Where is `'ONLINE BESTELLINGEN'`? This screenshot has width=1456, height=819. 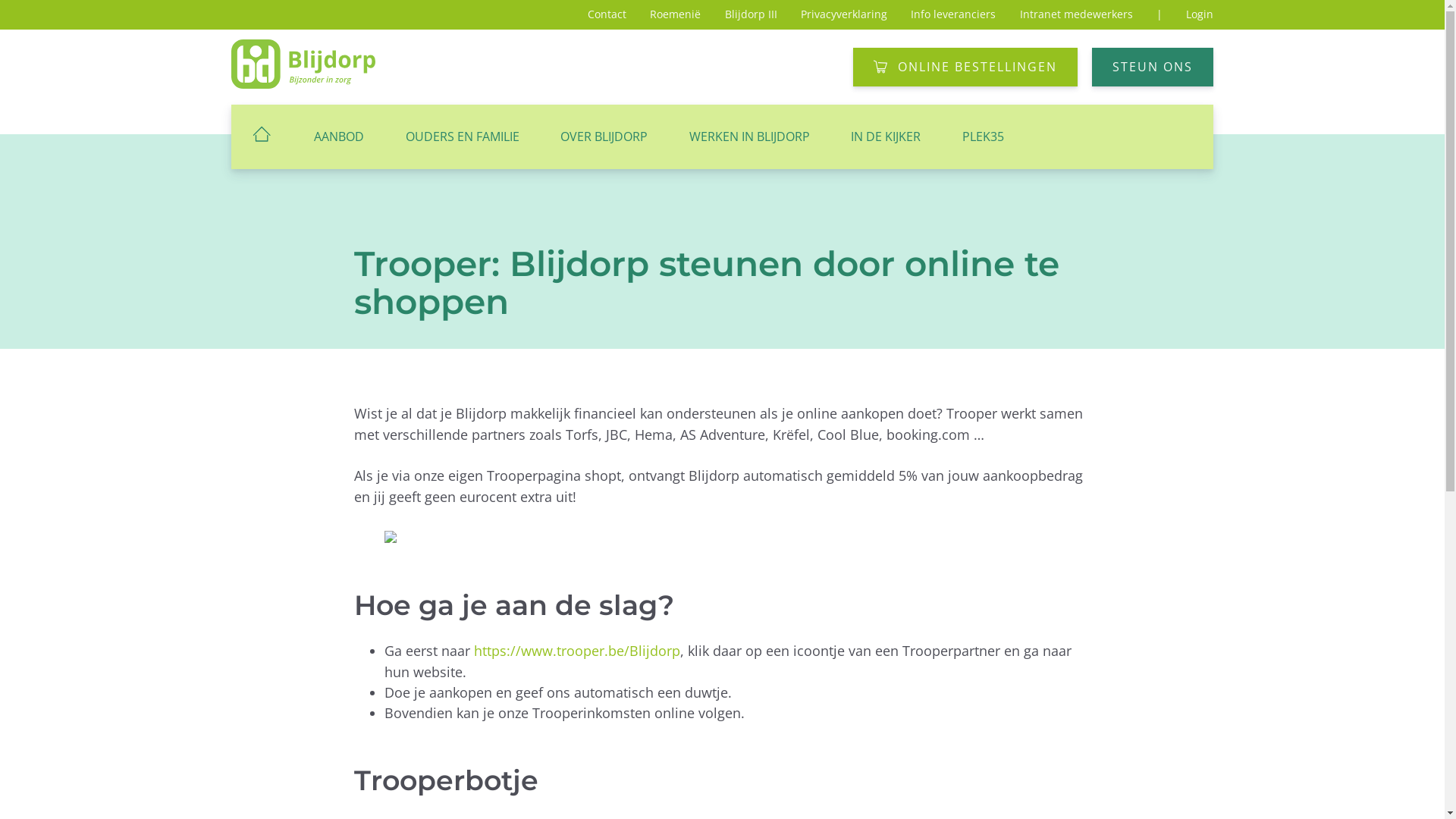 'ONLINE BESTELLINGEN' is located at coordinates (964, 66).